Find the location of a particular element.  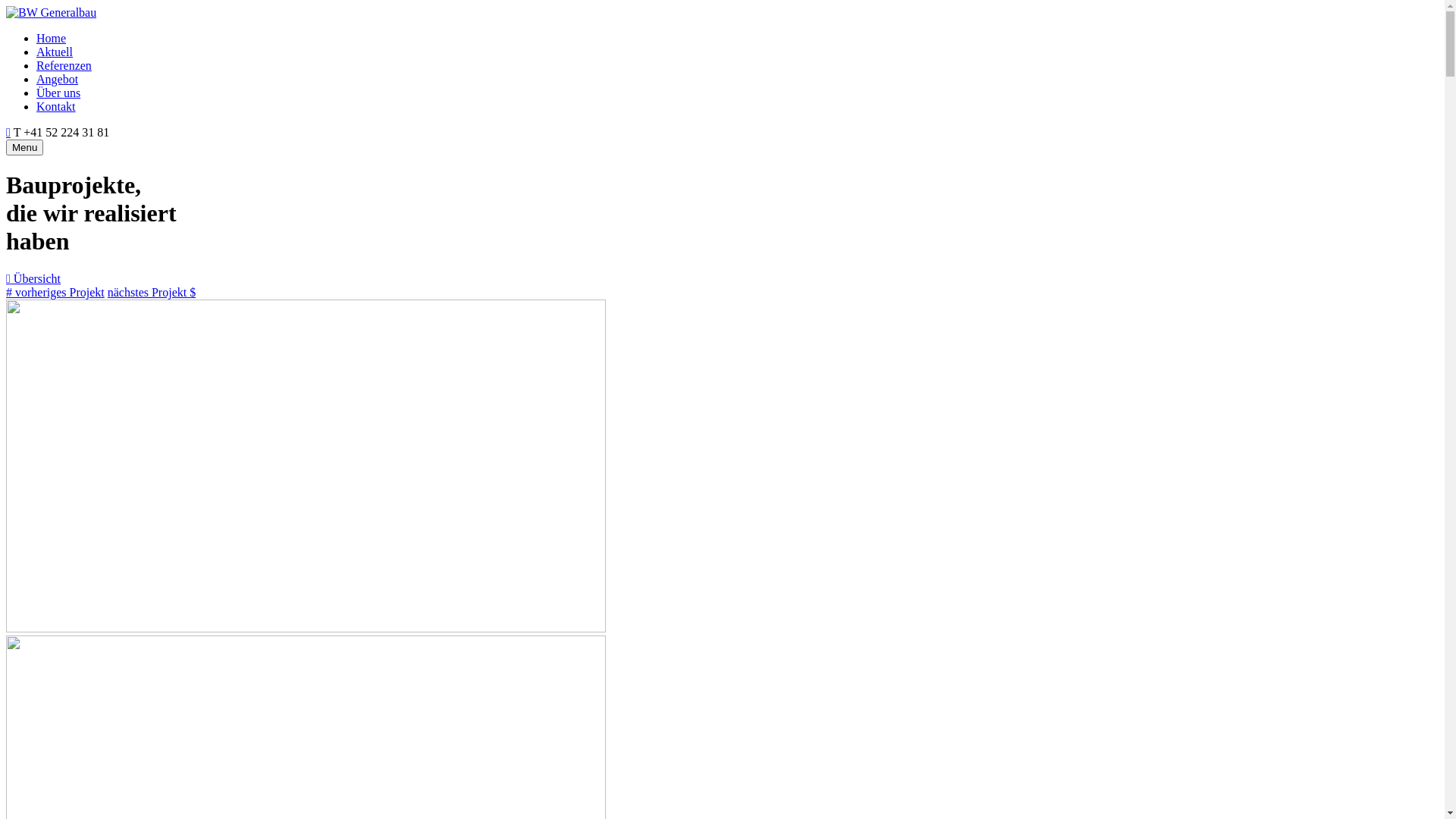

'Angebot' is located at coordinates (57, 79).